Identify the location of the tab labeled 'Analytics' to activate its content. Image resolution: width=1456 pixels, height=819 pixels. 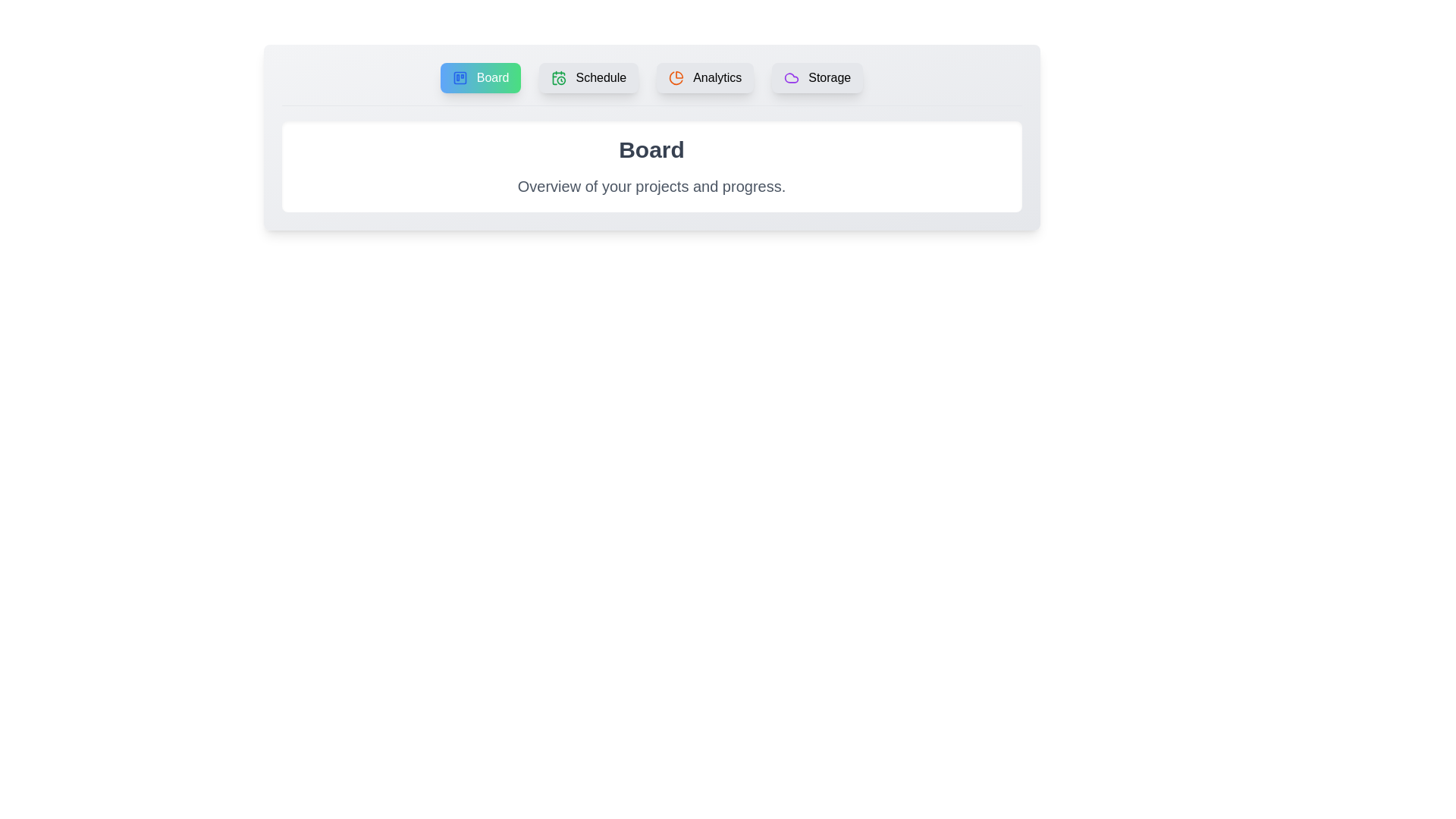
(704, 78).